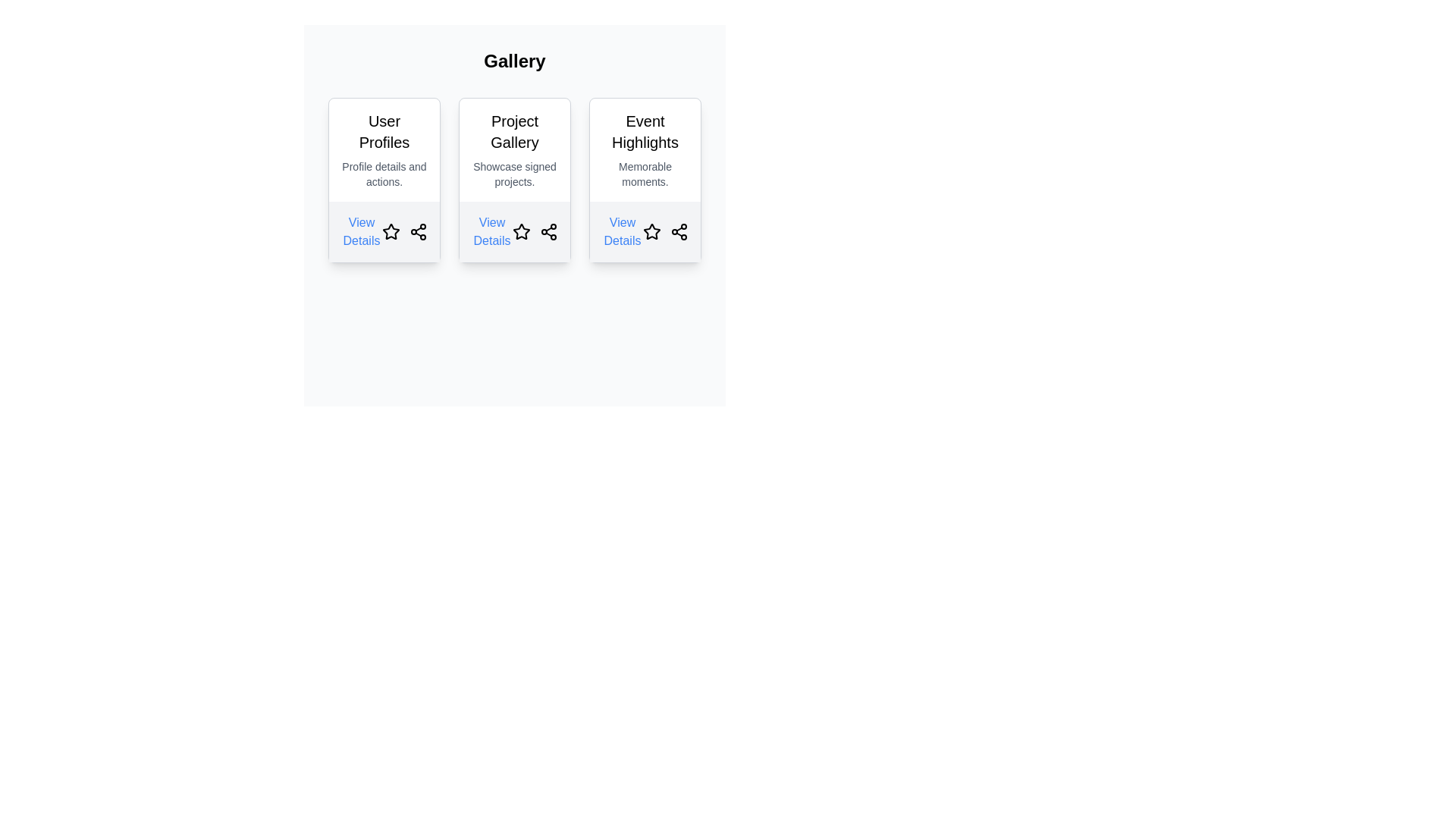 Image resolution: width=1456 pixels, height=819 pixels. Describe the element at coordinates (645, 149) in the screenshot. I see `displayed text in the 'Event Highlights' section, located in the upper half of the third card from the left` at that location.